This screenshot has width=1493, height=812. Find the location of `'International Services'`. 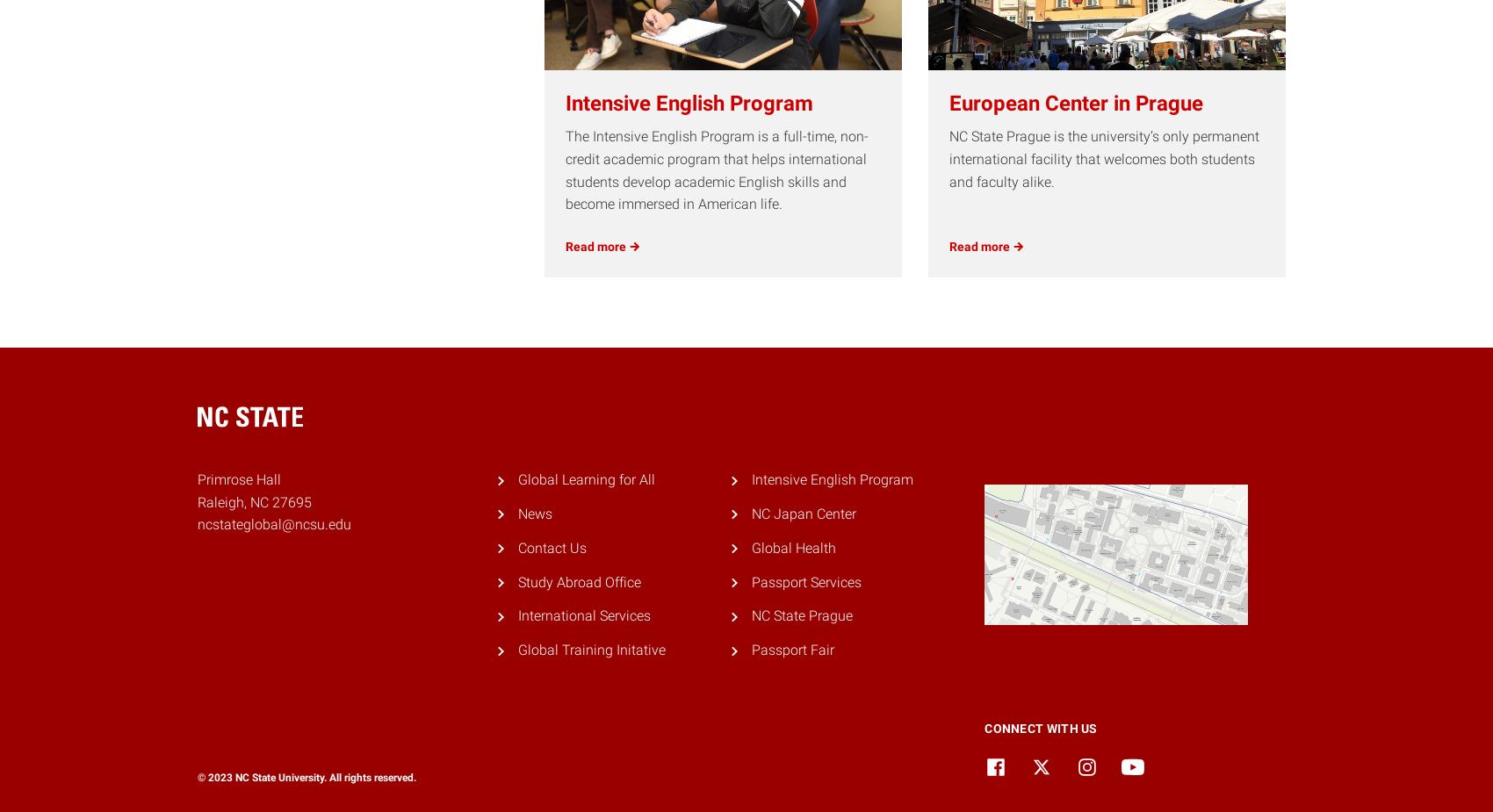

'International Services' is located at coordinates (584, 615).